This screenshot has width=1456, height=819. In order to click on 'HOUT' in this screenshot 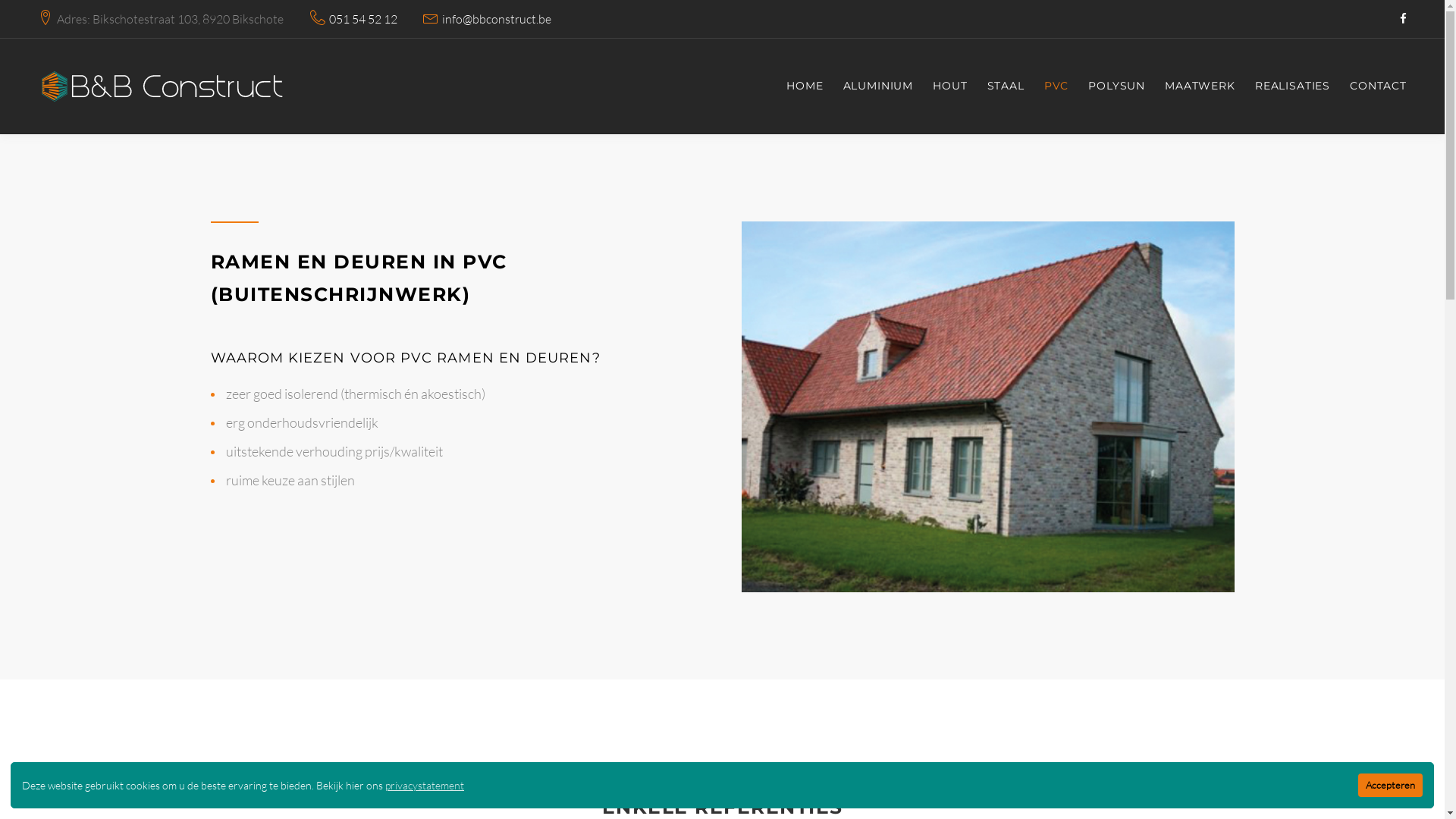, I will do `click(949, 86)`.